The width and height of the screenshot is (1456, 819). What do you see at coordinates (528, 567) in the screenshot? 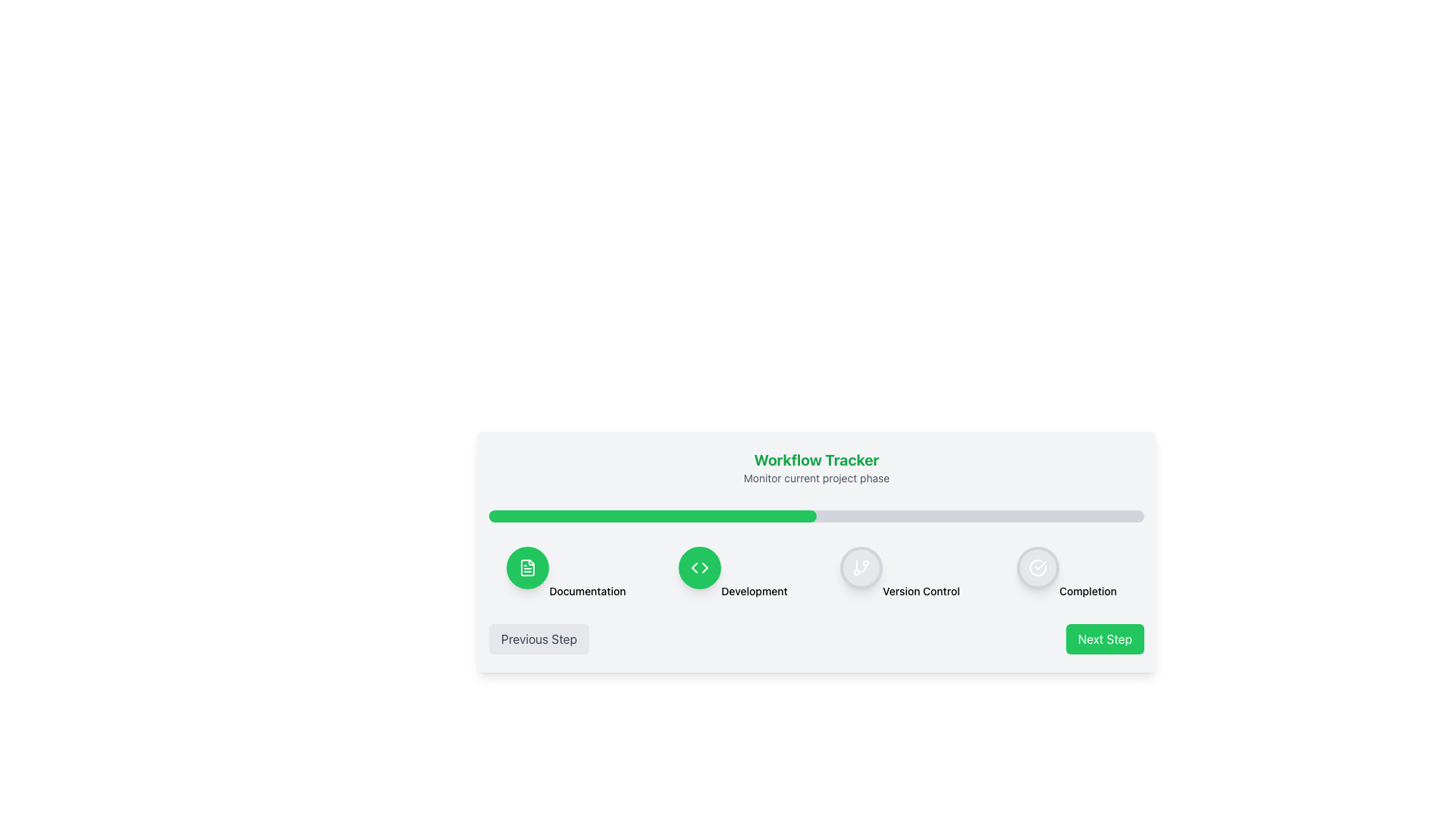
I see `the 'Documentation' icon in the workflow tracker` at bounding box center [528, 567].